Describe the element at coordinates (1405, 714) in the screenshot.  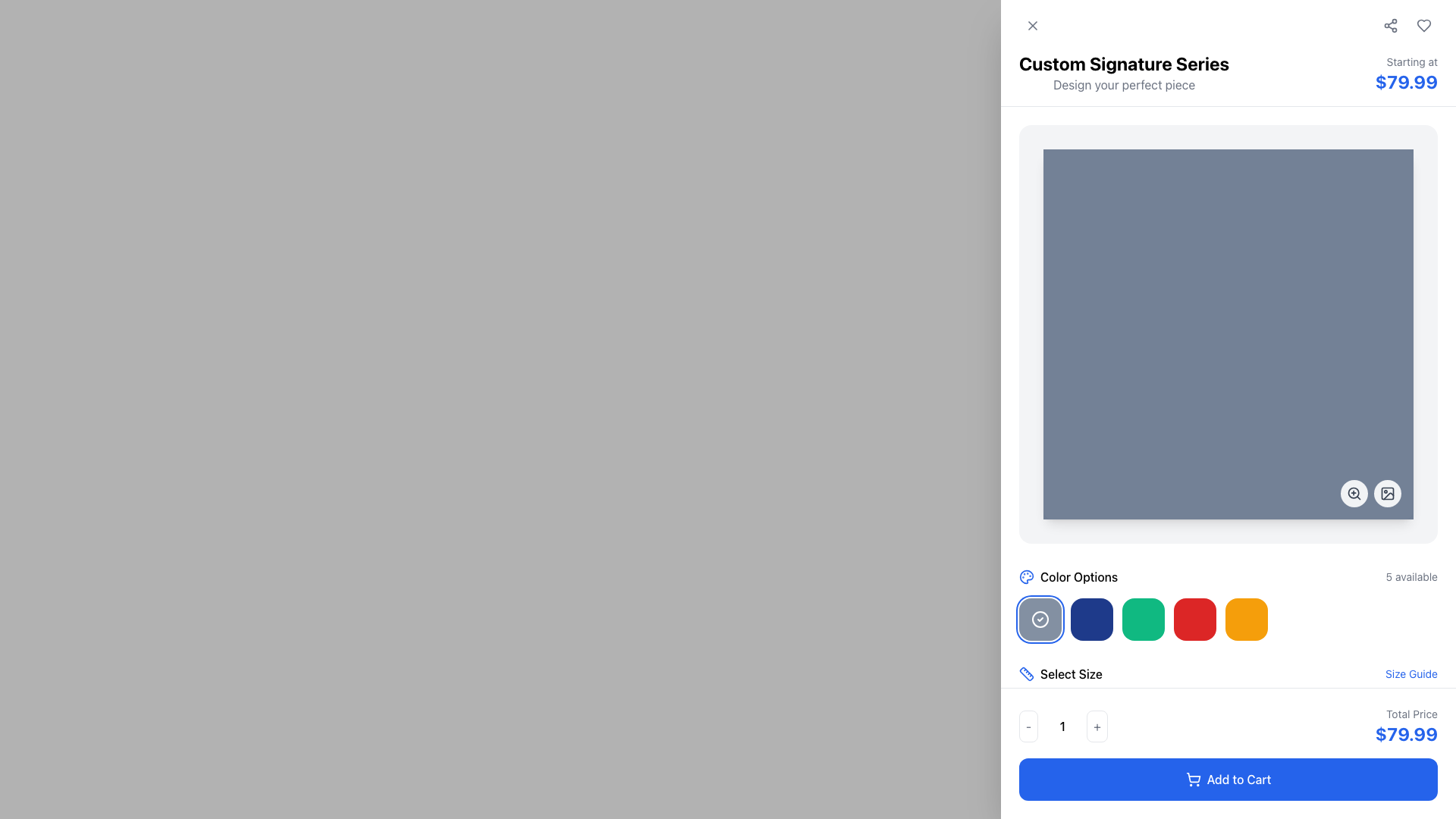
I see `the Text Label that describes the price value displayed below it, indicating the meaning of the numeric amount, positioned above the price '$79.99' in the bottom-right corner of the layout` at that location.